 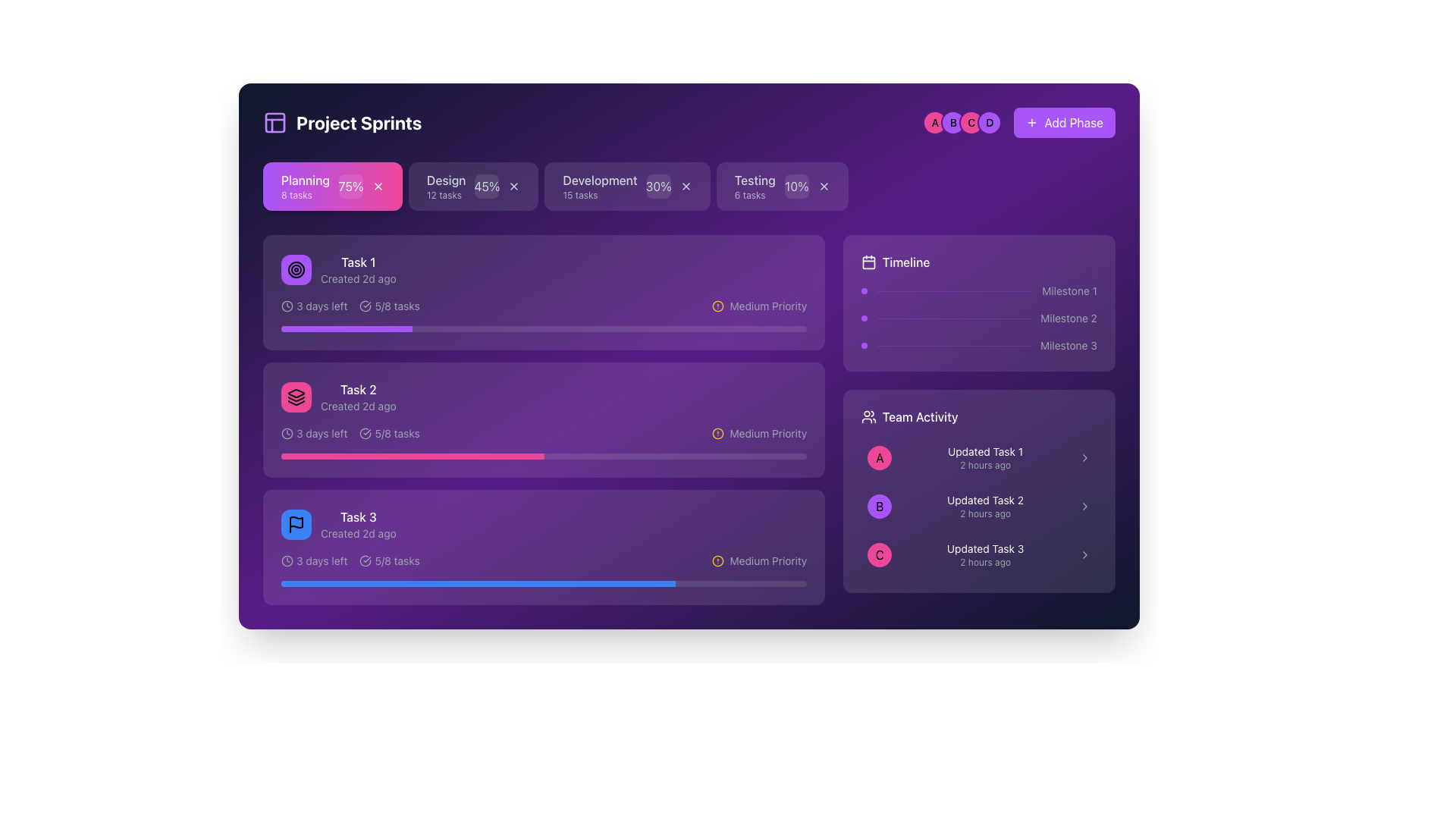 What do you see at coordinates (296, 522) in the screenshot?
I see `the highlighted flag icon, which is the leftmost emblem within the third task card in the vertical task list, positioned to the left of the textual details and progress information of the task` at bounding box center [296, 522].